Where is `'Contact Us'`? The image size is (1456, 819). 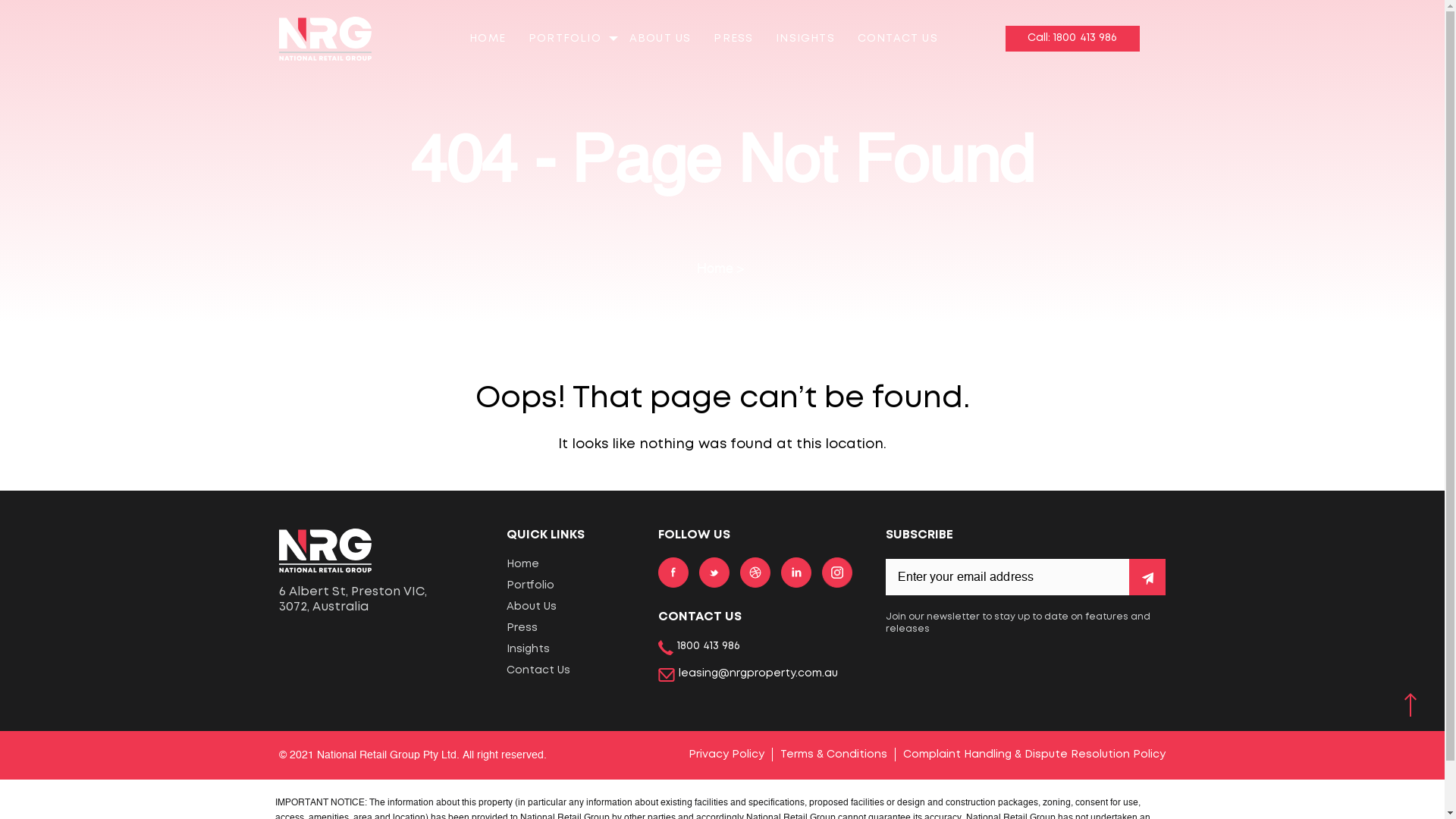 'Contact Us' is located at coordinates (506, 669).